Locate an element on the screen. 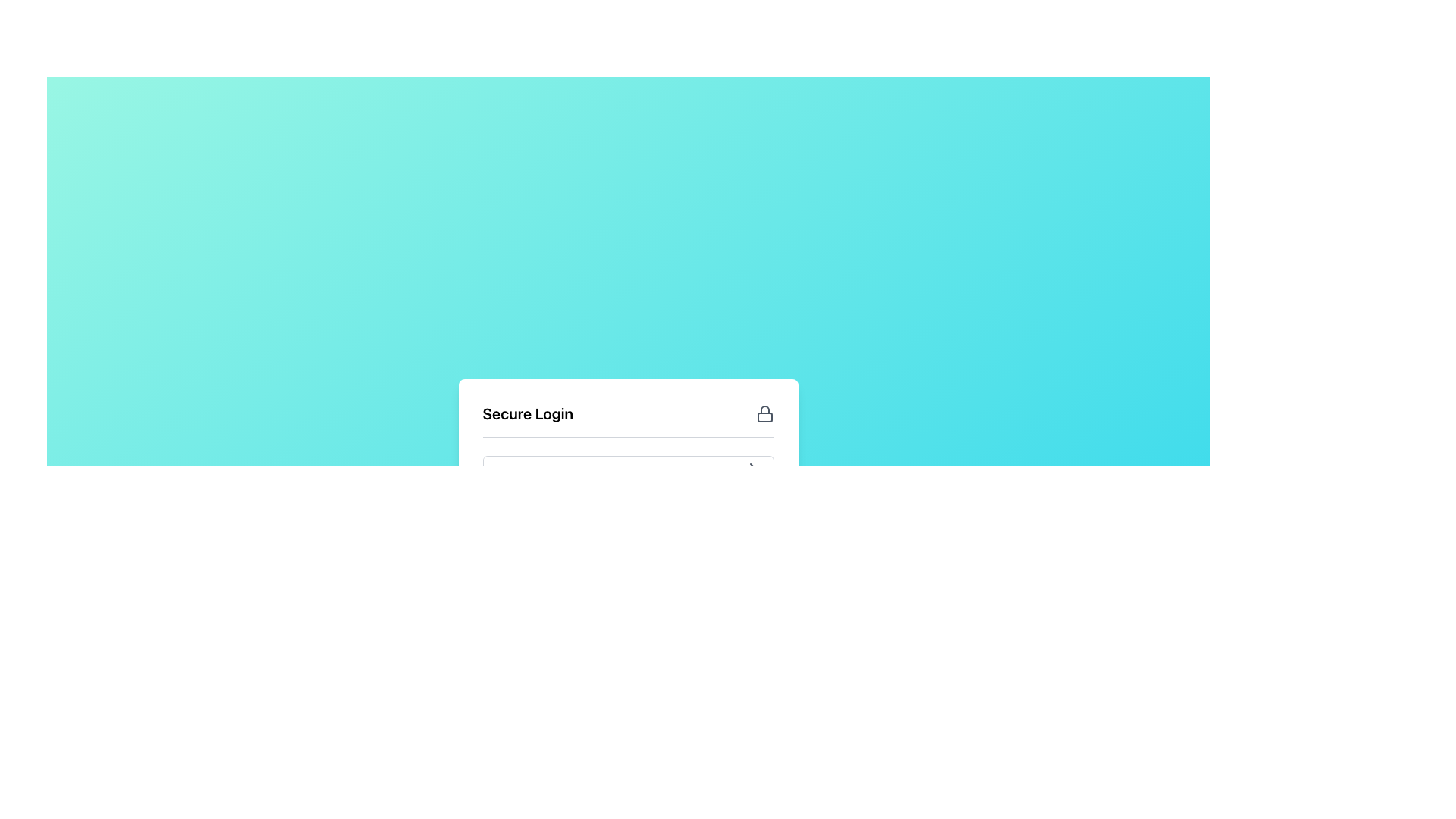 The width and height of the screenshot is (1456, 819). the line segment of the eye-off icon, which is part of a secure login form and has a gray stroke color is located at coordinates (758, 470).